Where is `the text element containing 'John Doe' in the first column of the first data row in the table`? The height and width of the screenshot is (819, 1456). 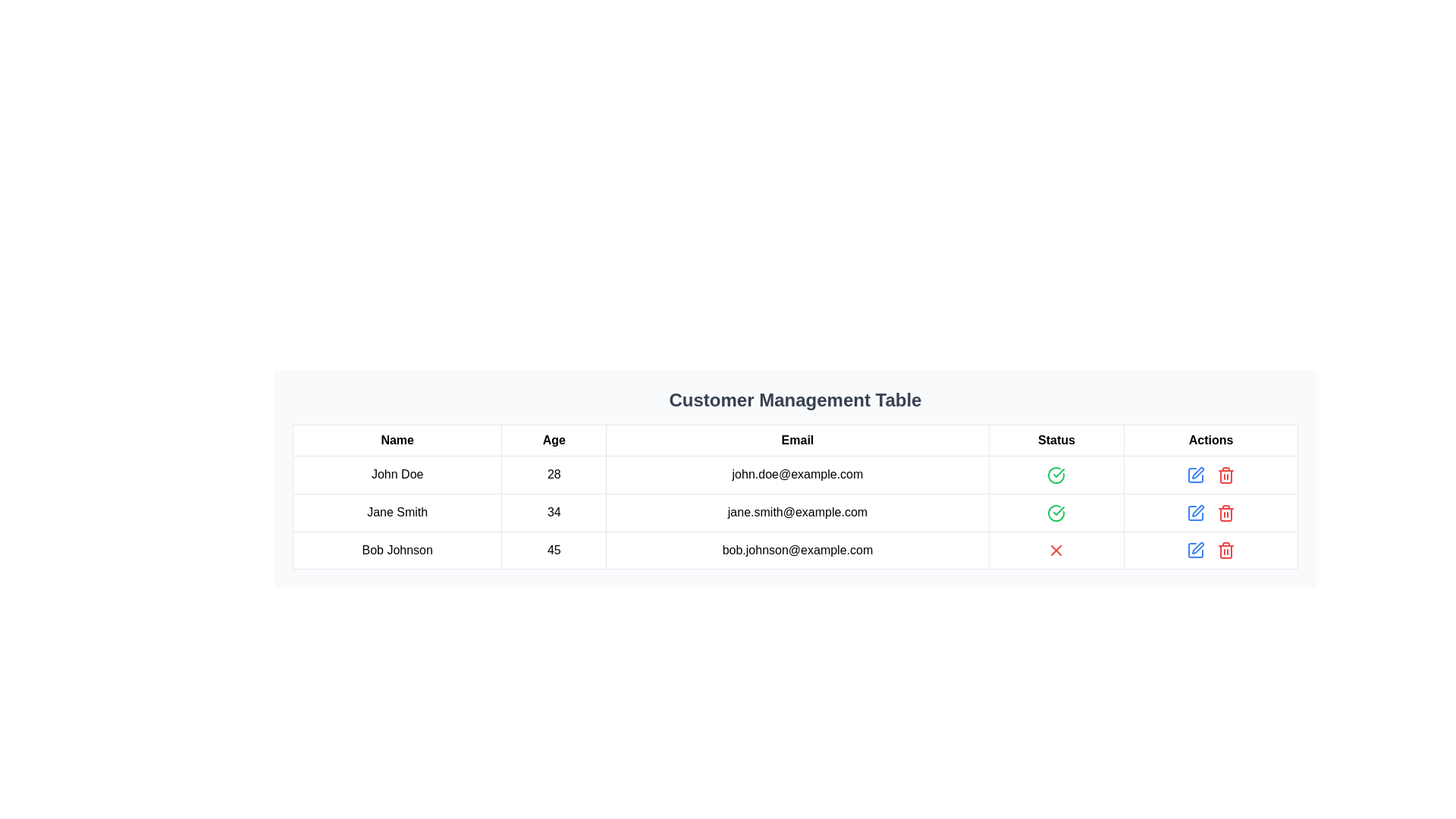 the text element containing 'John Doe' in the first column of the first data row in the table is located at coordinates (397, 474).